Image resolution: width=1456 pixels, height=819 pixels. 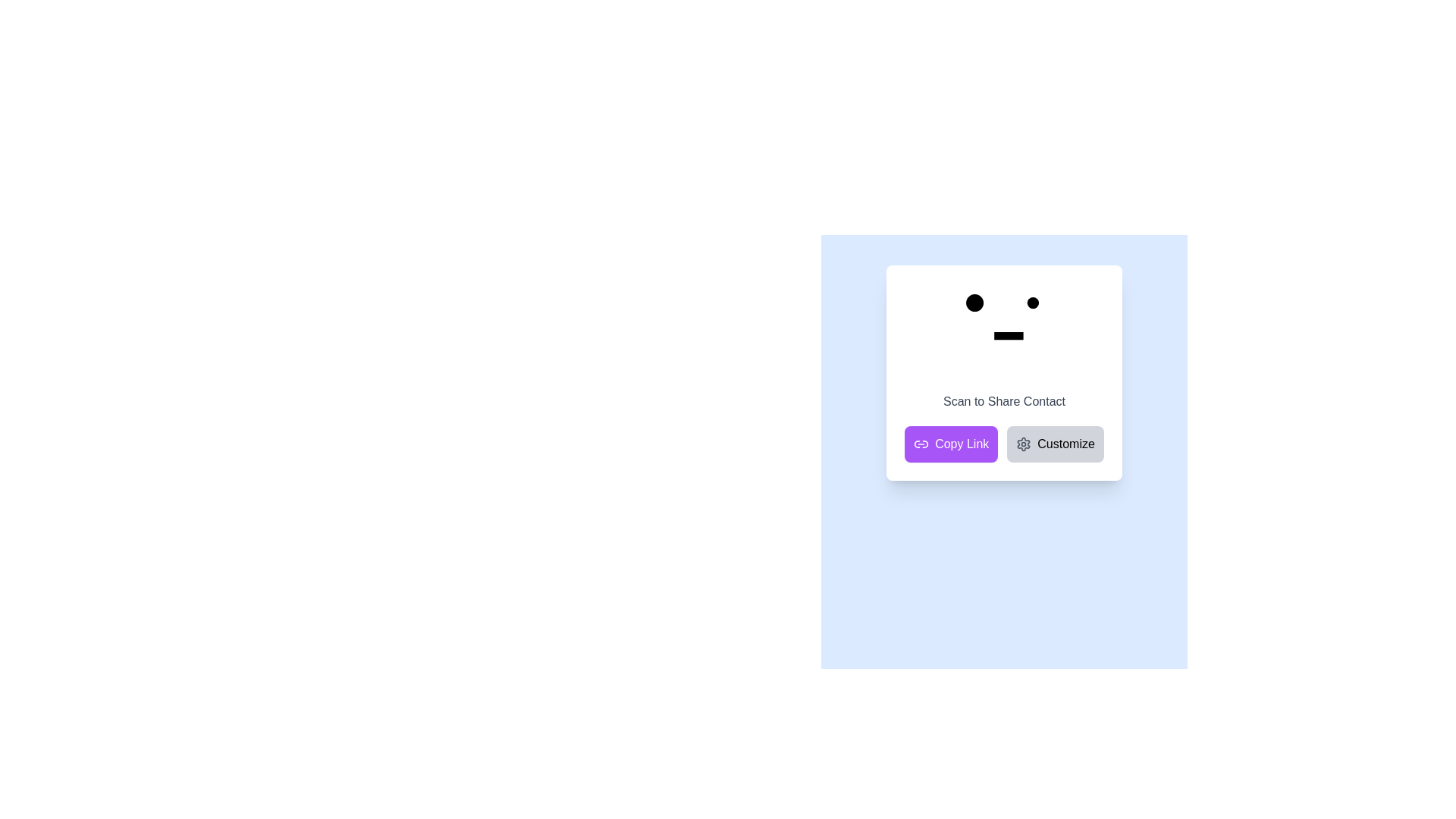 What do you see at coordinates (1023, 444) in the screenshot?
I see `the settings icon located to the left of the 'Customize' text and to the right of the 'Copy Link' button` at bounding box center [1023, 444].